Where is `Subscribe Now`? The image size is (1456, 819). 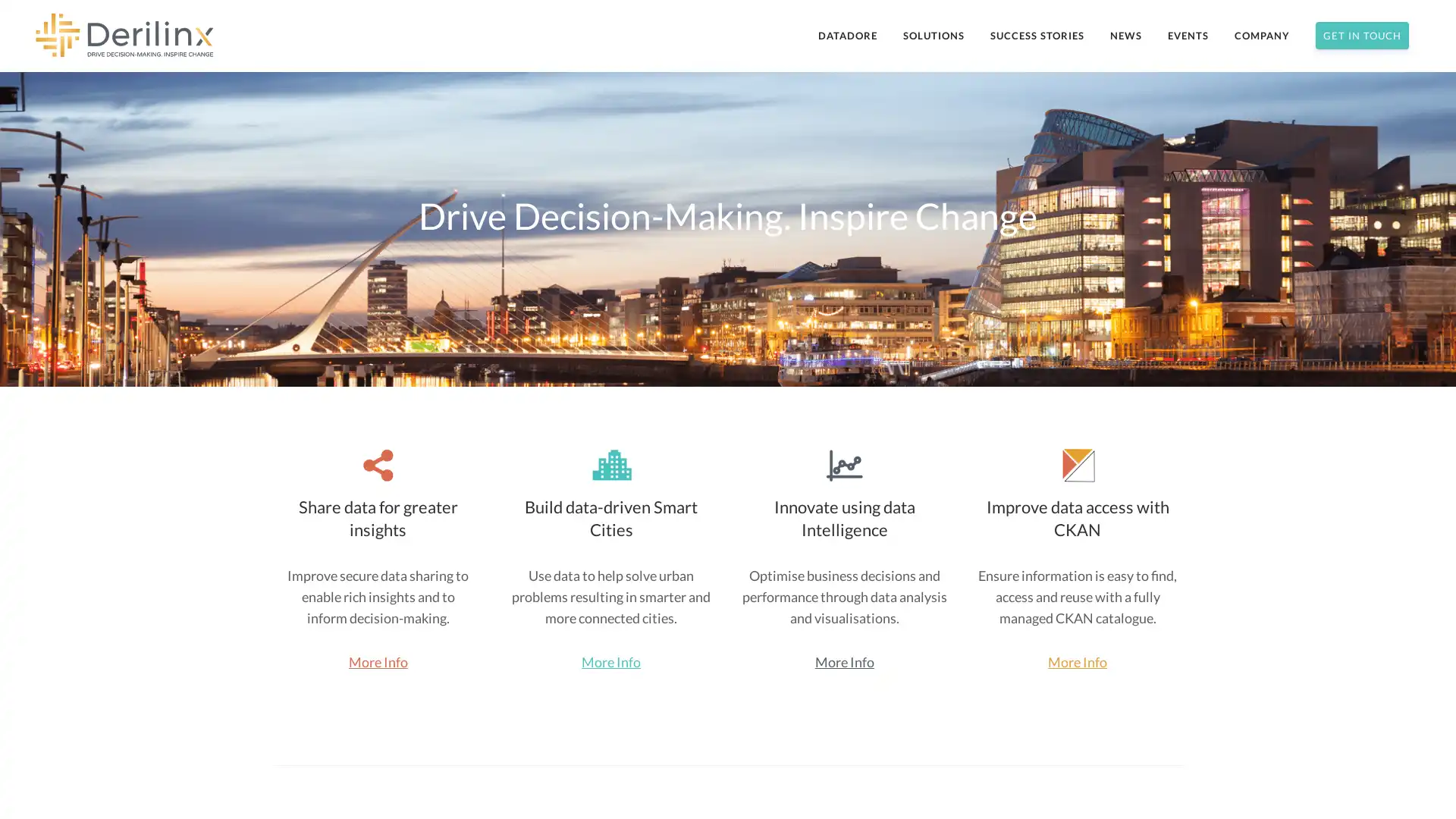 Subscribe Now is located at coordinates (1295, 789).